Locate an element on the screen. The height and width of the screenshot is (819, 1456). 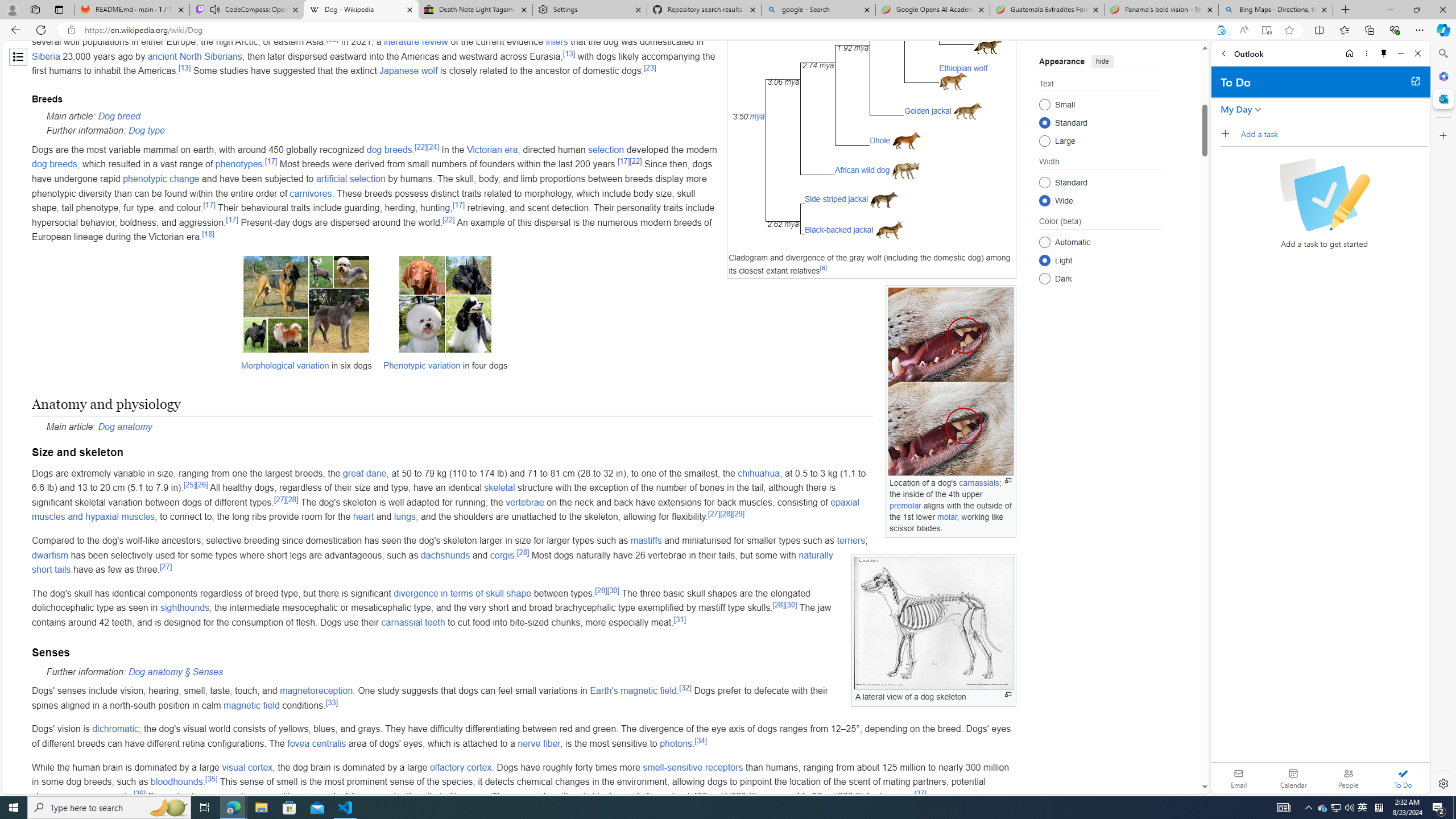
'hide' is located at coordinates (1103, 61).